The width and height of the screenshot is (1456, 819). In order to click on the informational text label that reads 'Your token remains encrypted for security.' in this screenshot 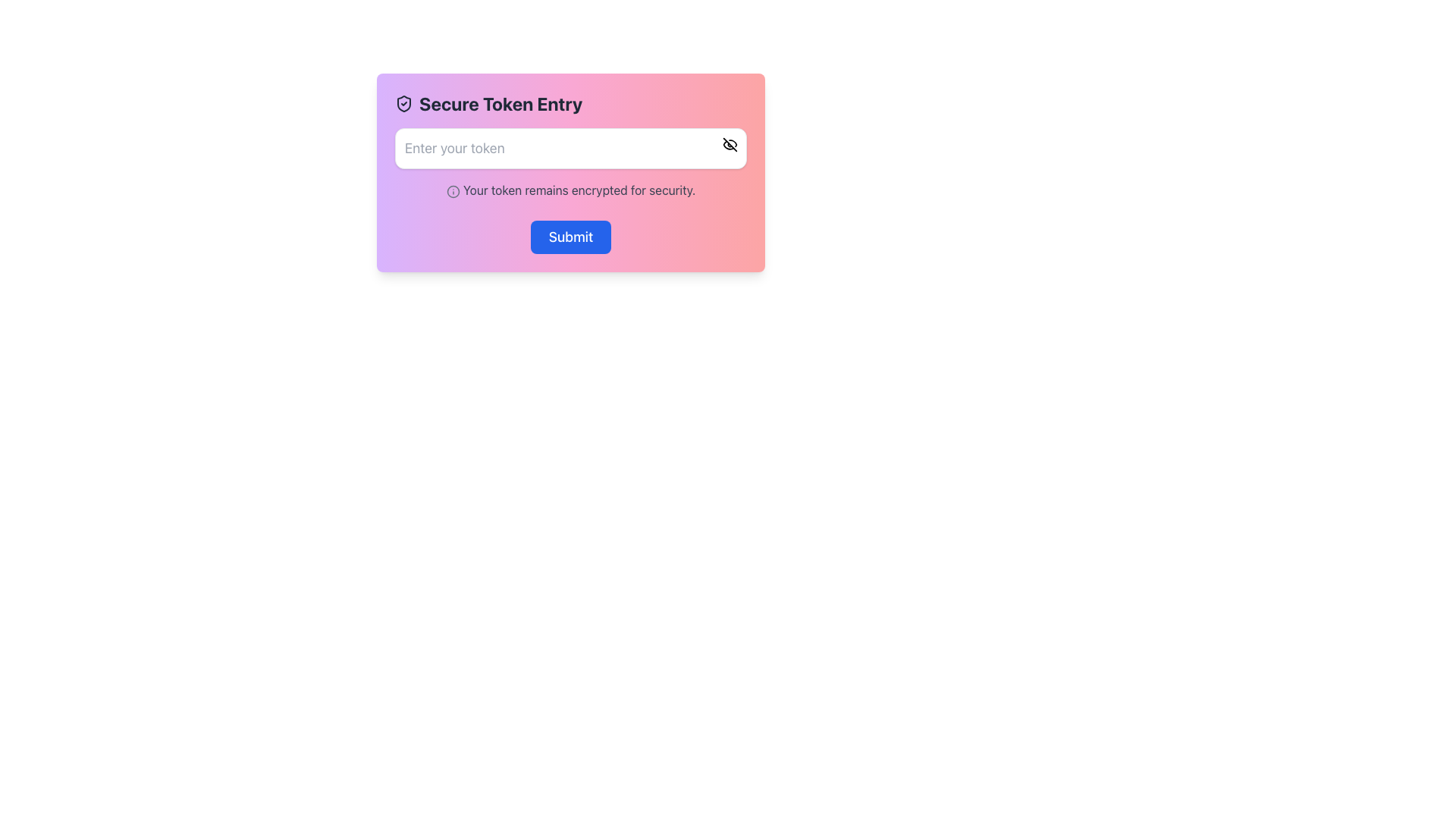, I will do `click(570, 189)`.